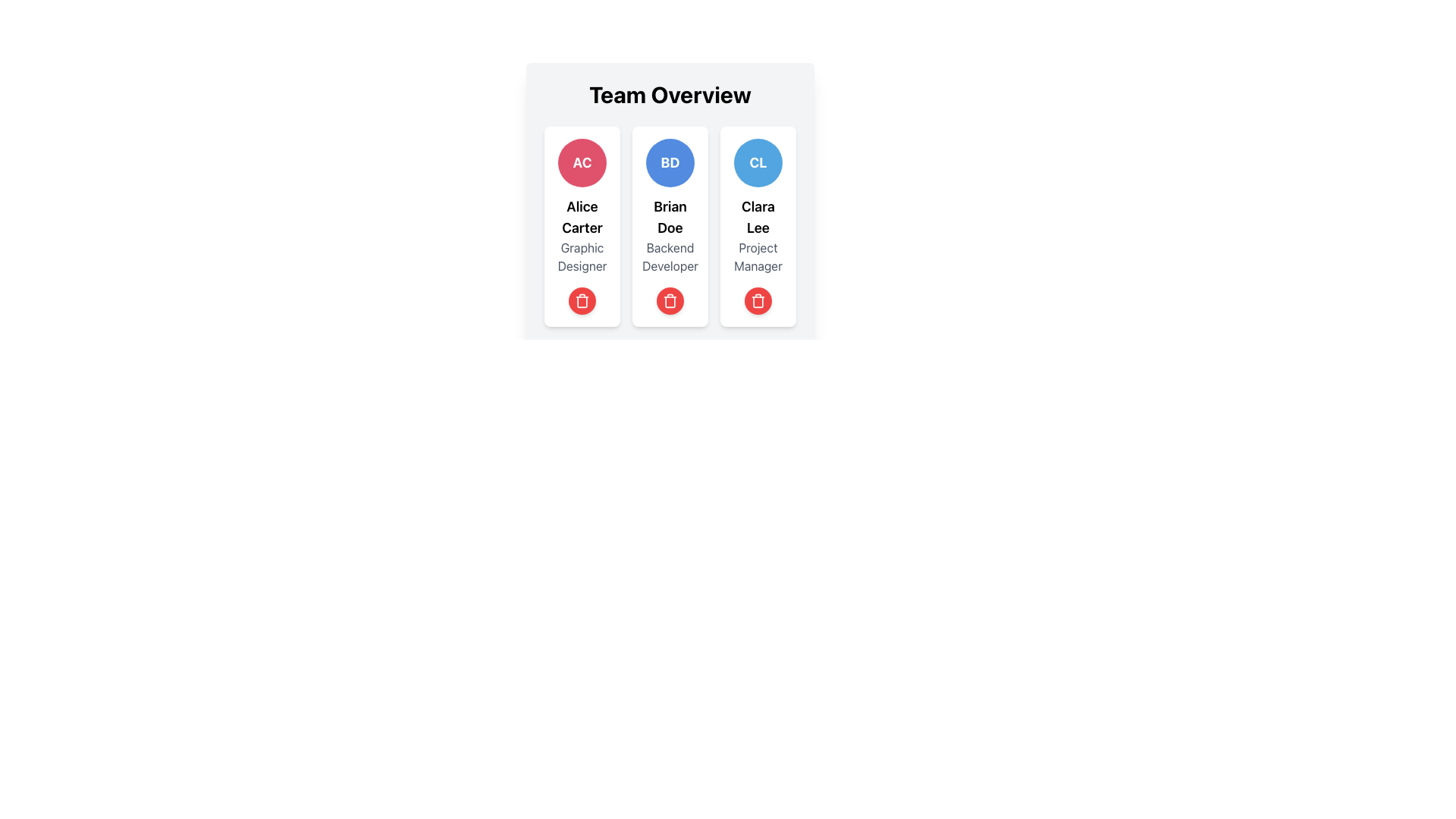 Image resolution: width=1456 pixels, height=819 pixels. What do you see at coordinates (582, 217) in the screenshot?
I see `the text label displaying 'Alice Carter', which is centrally positioned beneath the avatar and above the role description in the team overview section` at bounding box center [582, 217].